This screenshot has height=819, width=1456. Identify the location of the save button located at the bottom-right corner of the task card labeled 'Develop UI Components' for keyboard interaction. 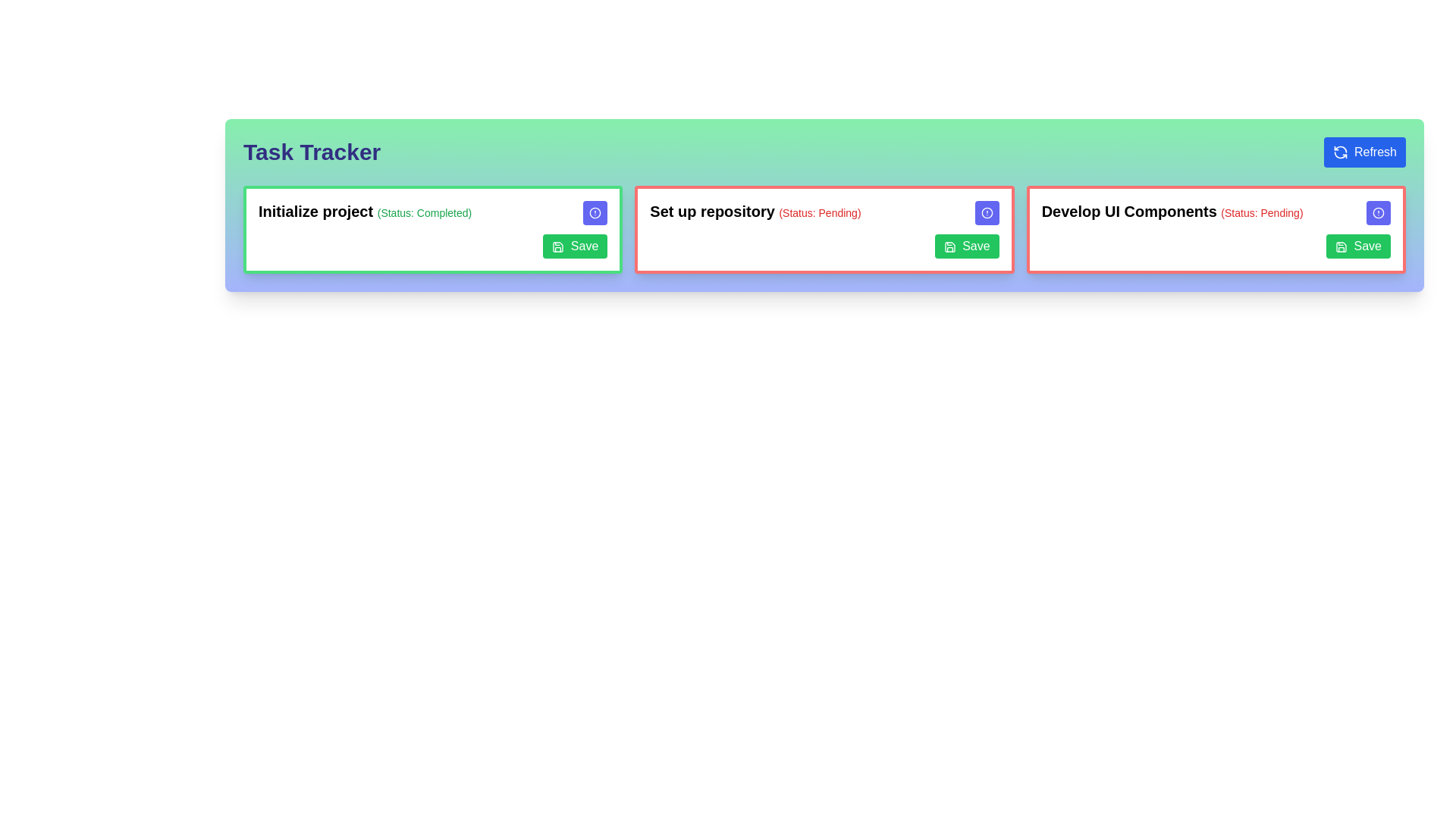
(1358, 245).